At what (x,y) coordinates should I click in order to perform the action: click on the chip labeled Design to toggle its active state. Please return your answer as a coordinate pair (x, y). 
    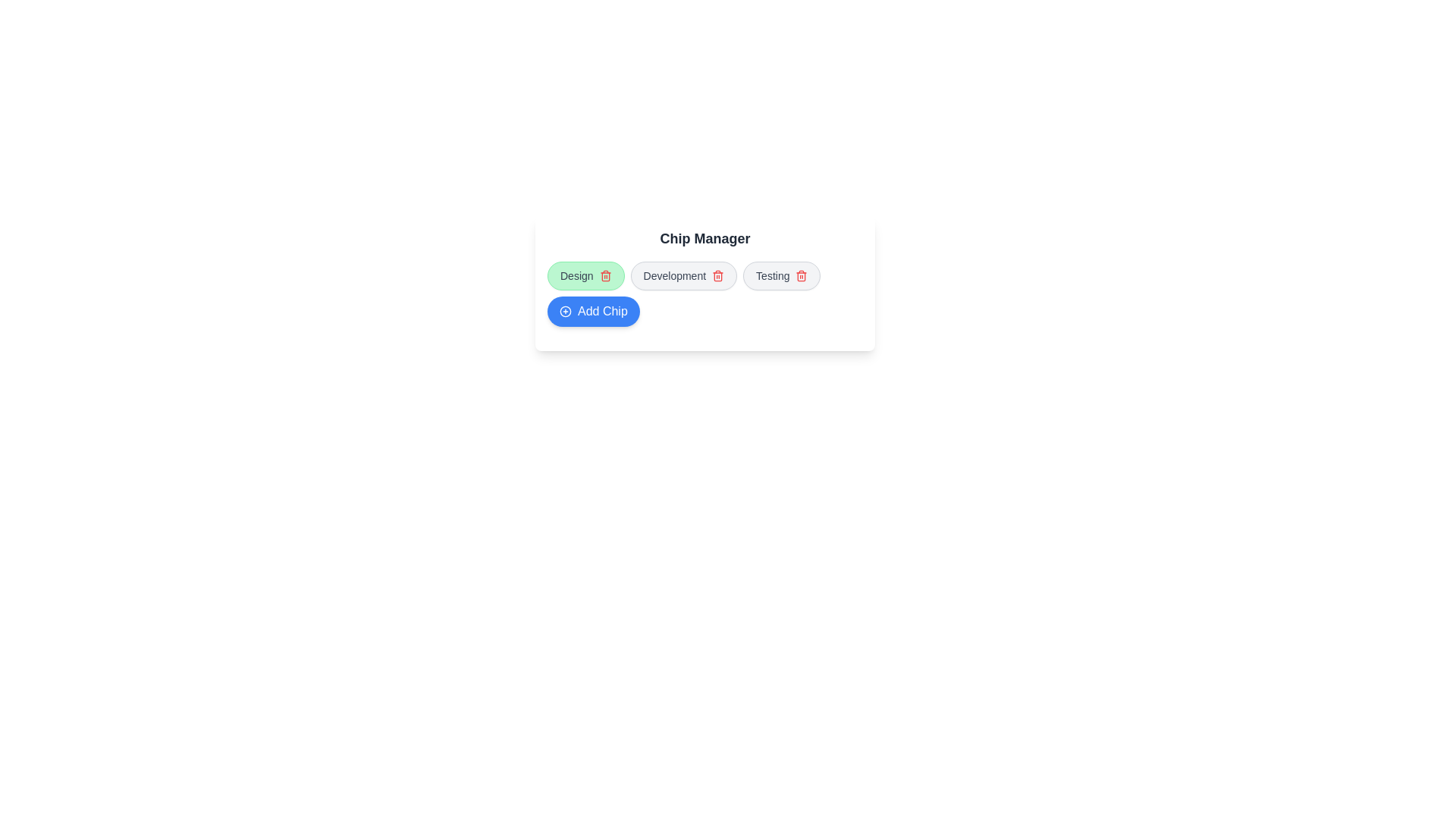
    Looking at the image, I should click on (585, 275).